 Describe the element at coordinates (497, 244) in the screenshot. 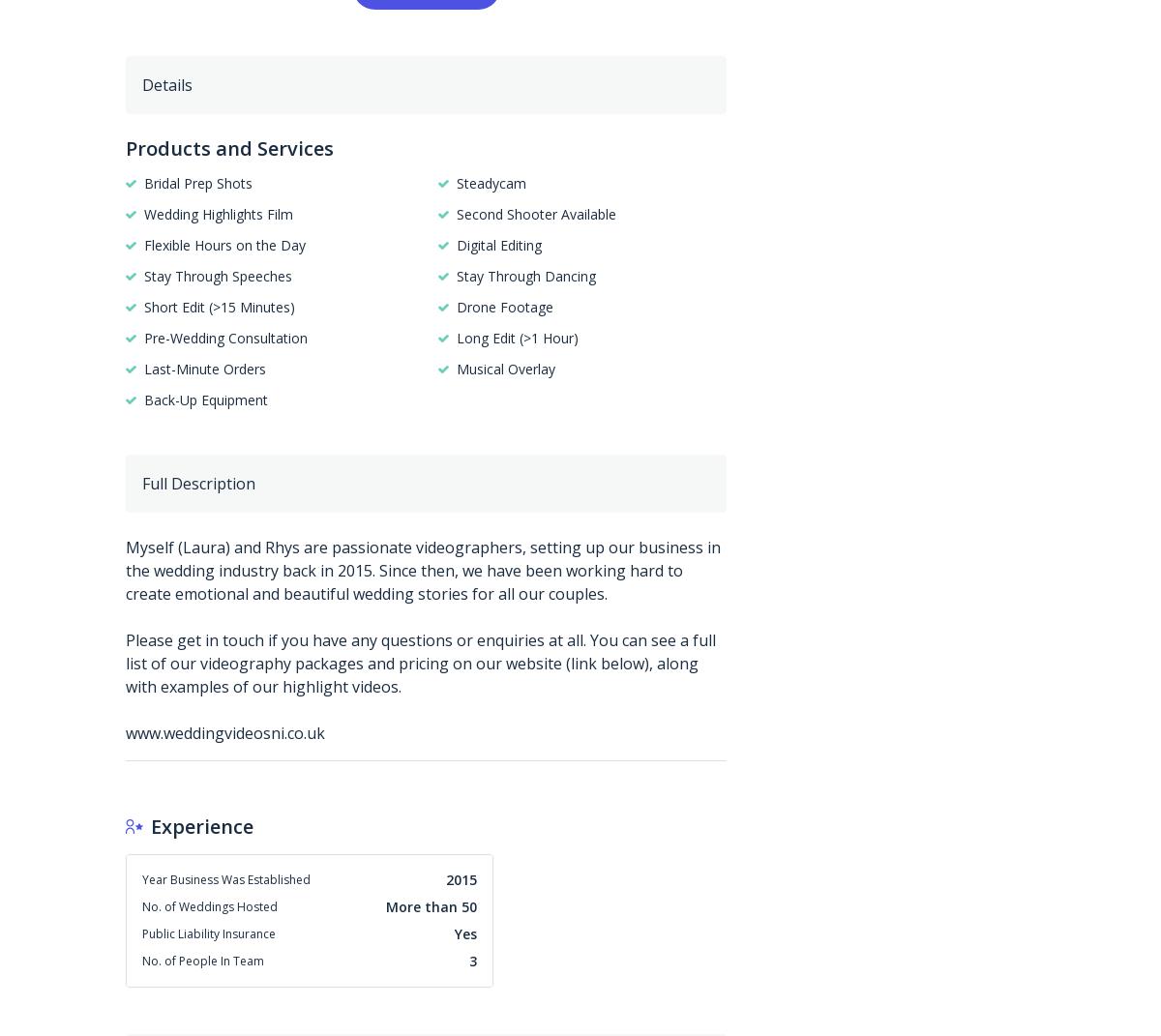

I see `'Digital Editing'` at that location.